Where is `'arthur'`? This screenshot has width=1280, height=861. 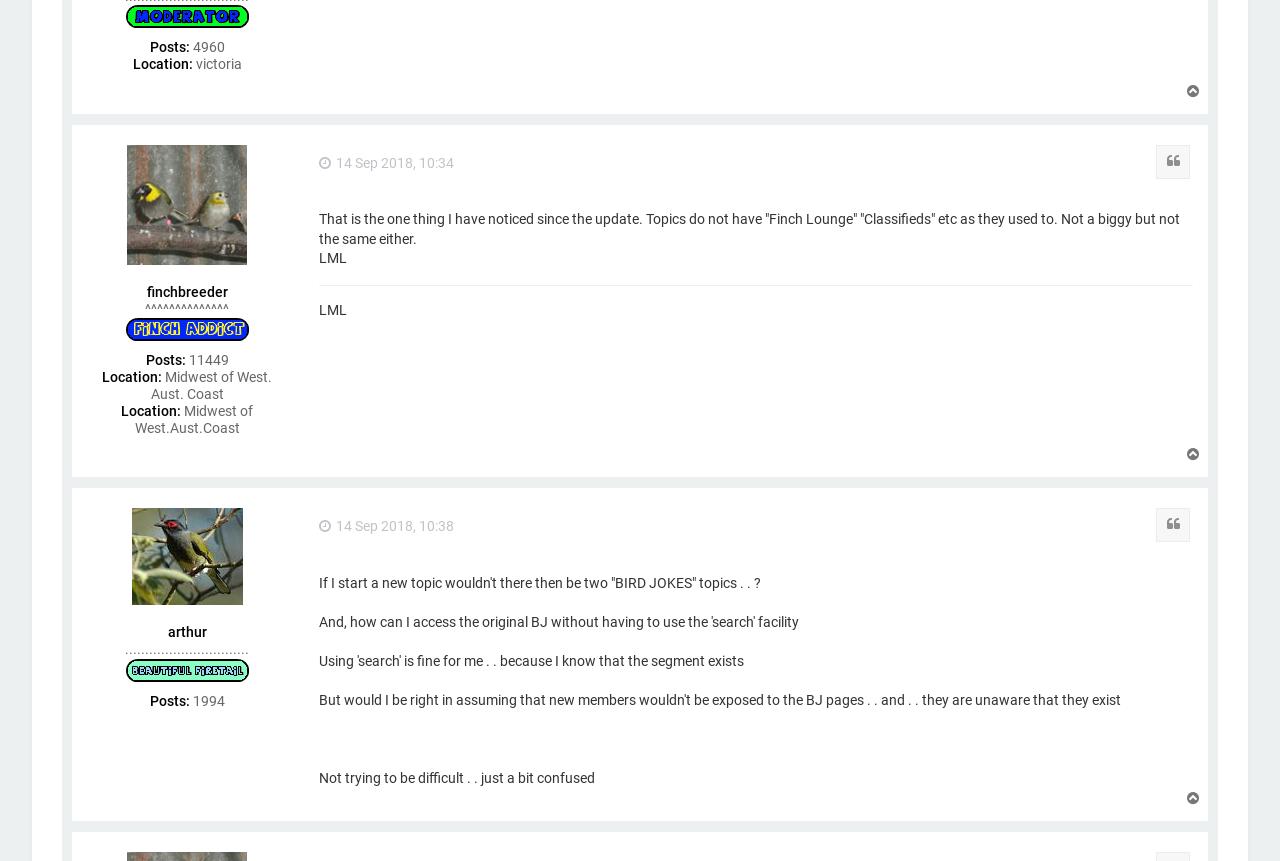
'arthur' is located at coordinates (167, 631).